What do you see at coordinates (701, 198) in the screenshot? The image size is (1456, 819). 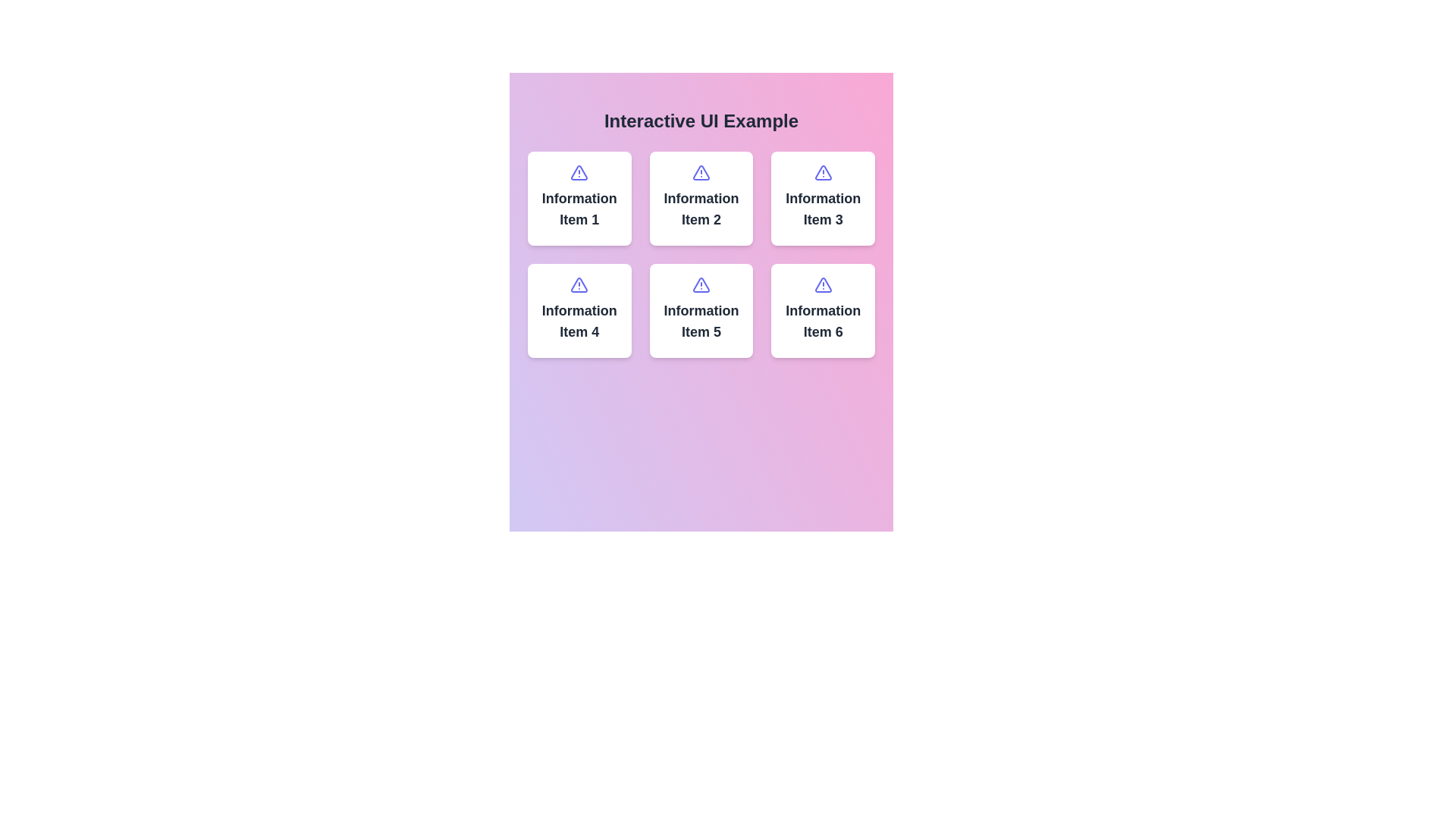 I see `the Informational Card located in the middle column of the top row in a 3x2 grid layout` at bounding box center [701, 198].